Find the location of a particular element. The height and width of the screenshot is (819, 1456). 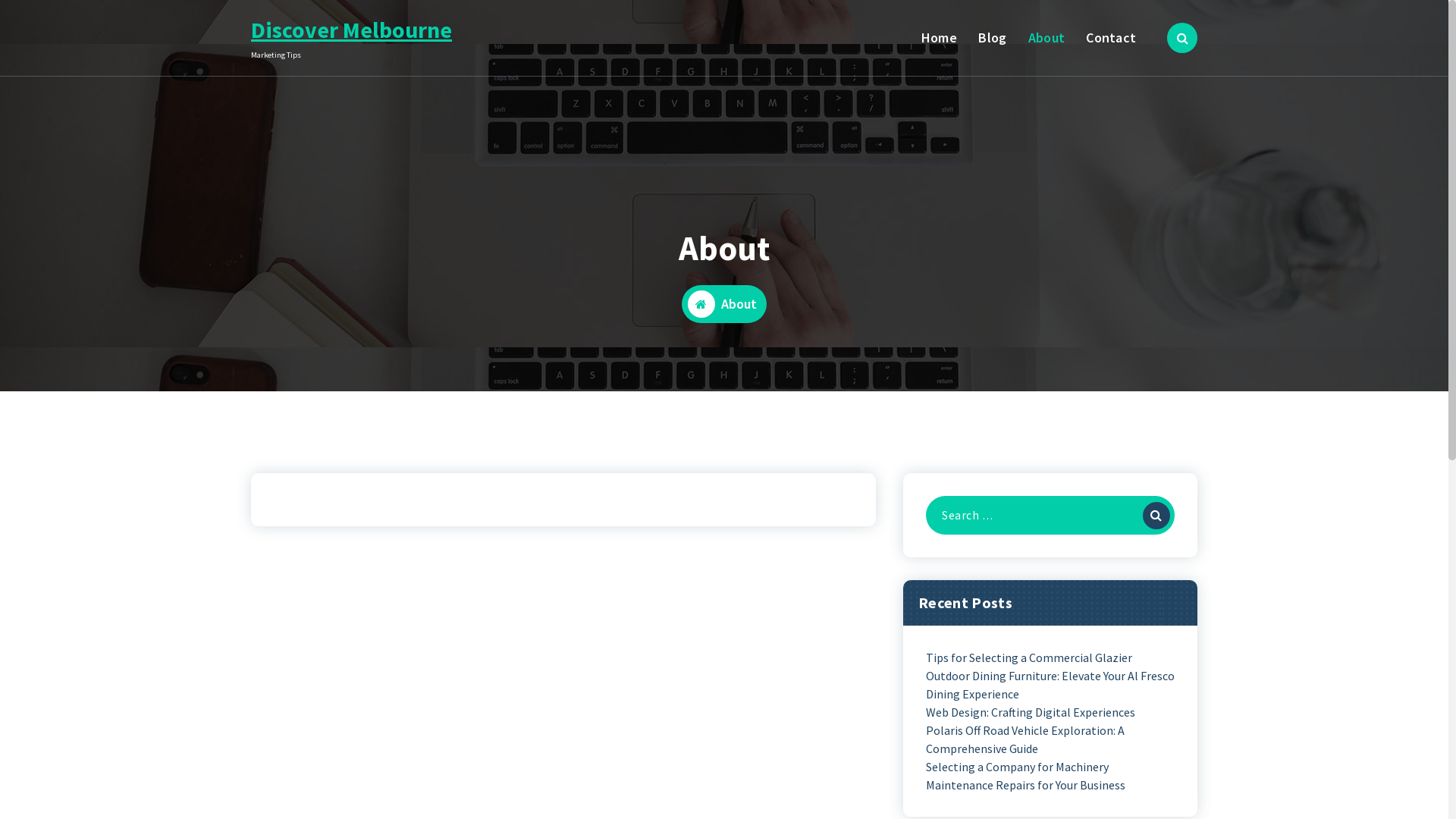

'About' is located at coordinates (1046, 37).